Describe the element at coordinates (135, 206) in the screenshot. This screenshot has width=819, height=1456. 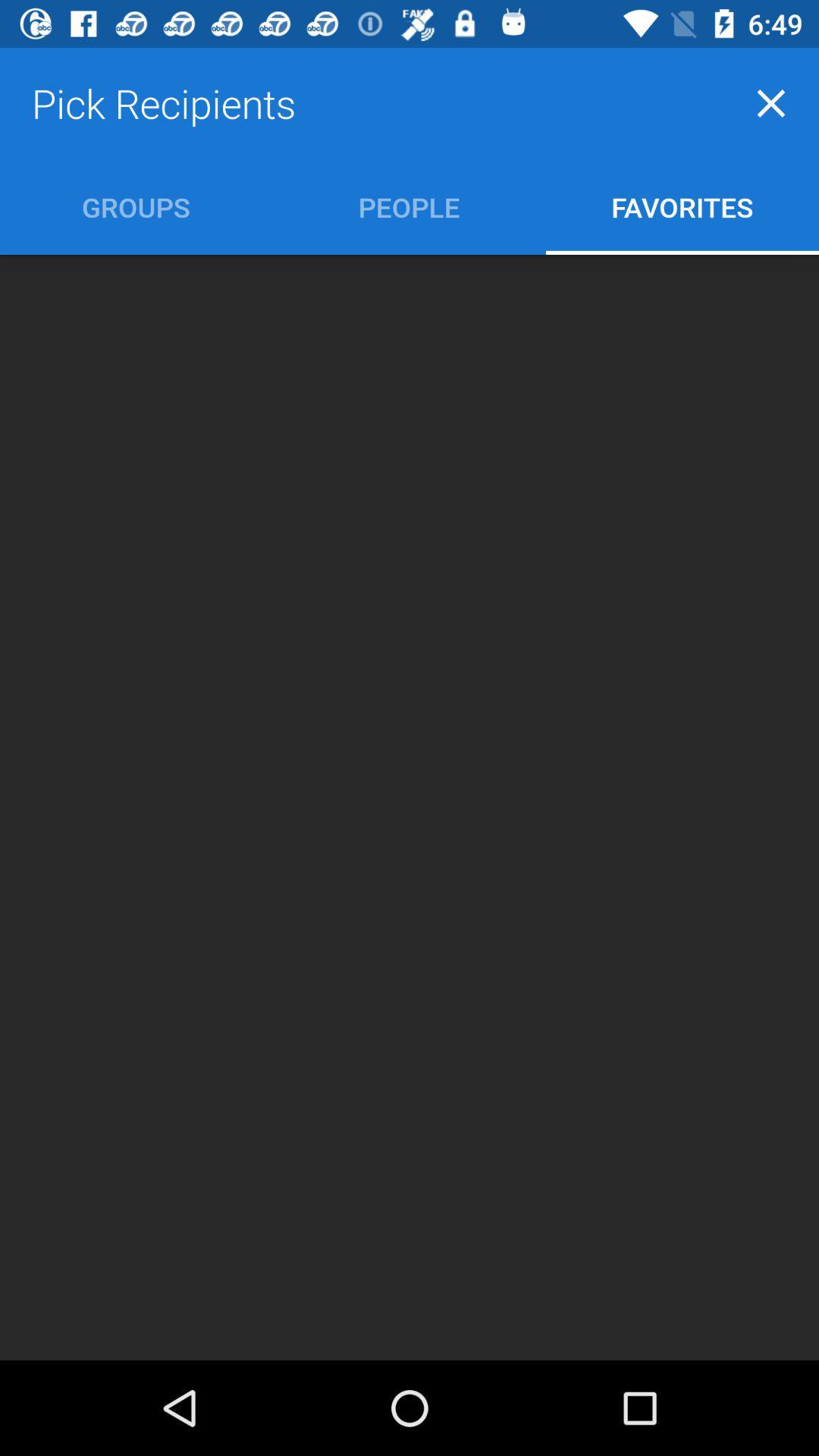
I see `the groups item` at that location.